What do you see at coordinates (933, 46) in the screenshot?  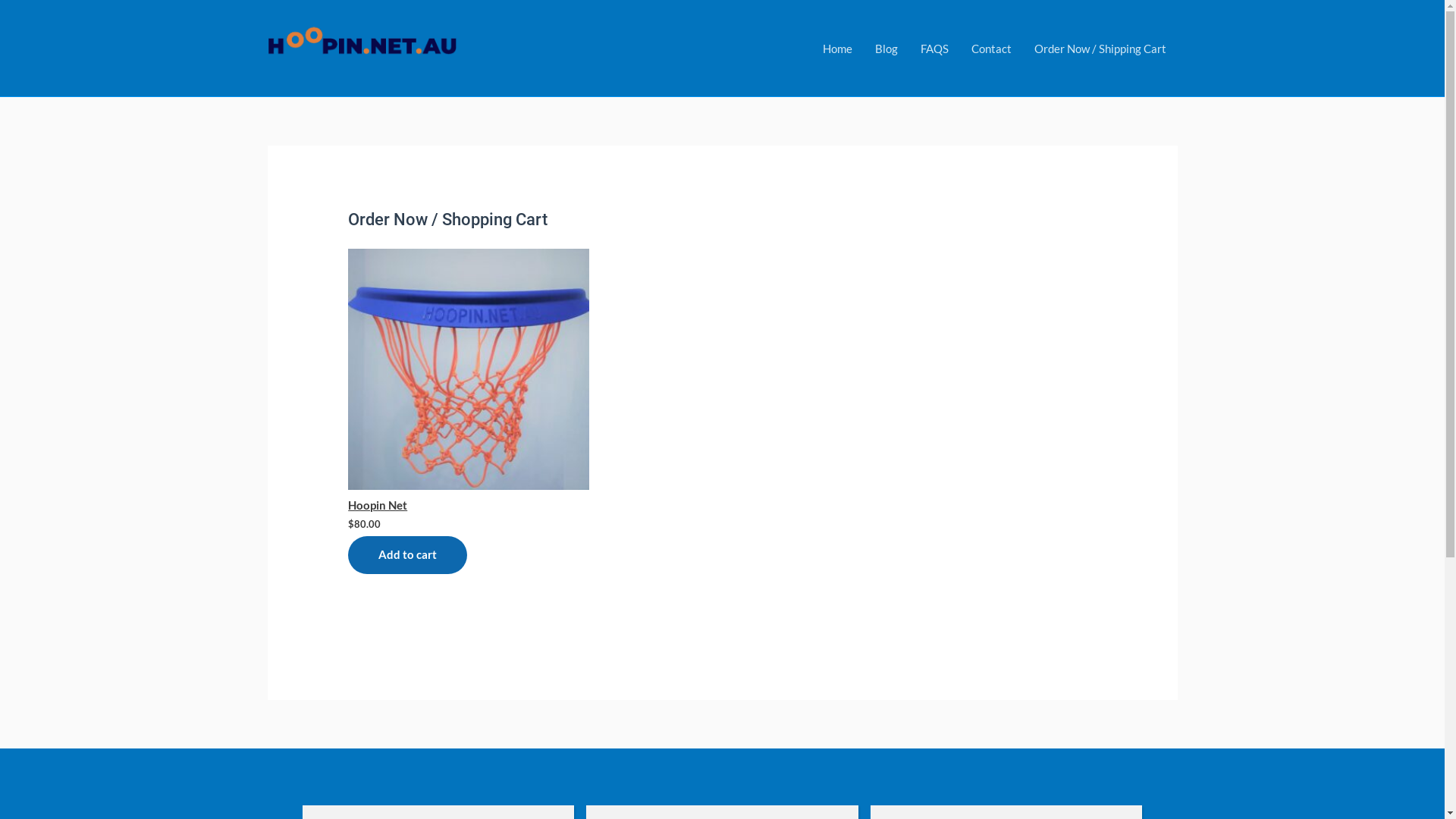 I see `'FAQS'` at bounding box center [933, 46].